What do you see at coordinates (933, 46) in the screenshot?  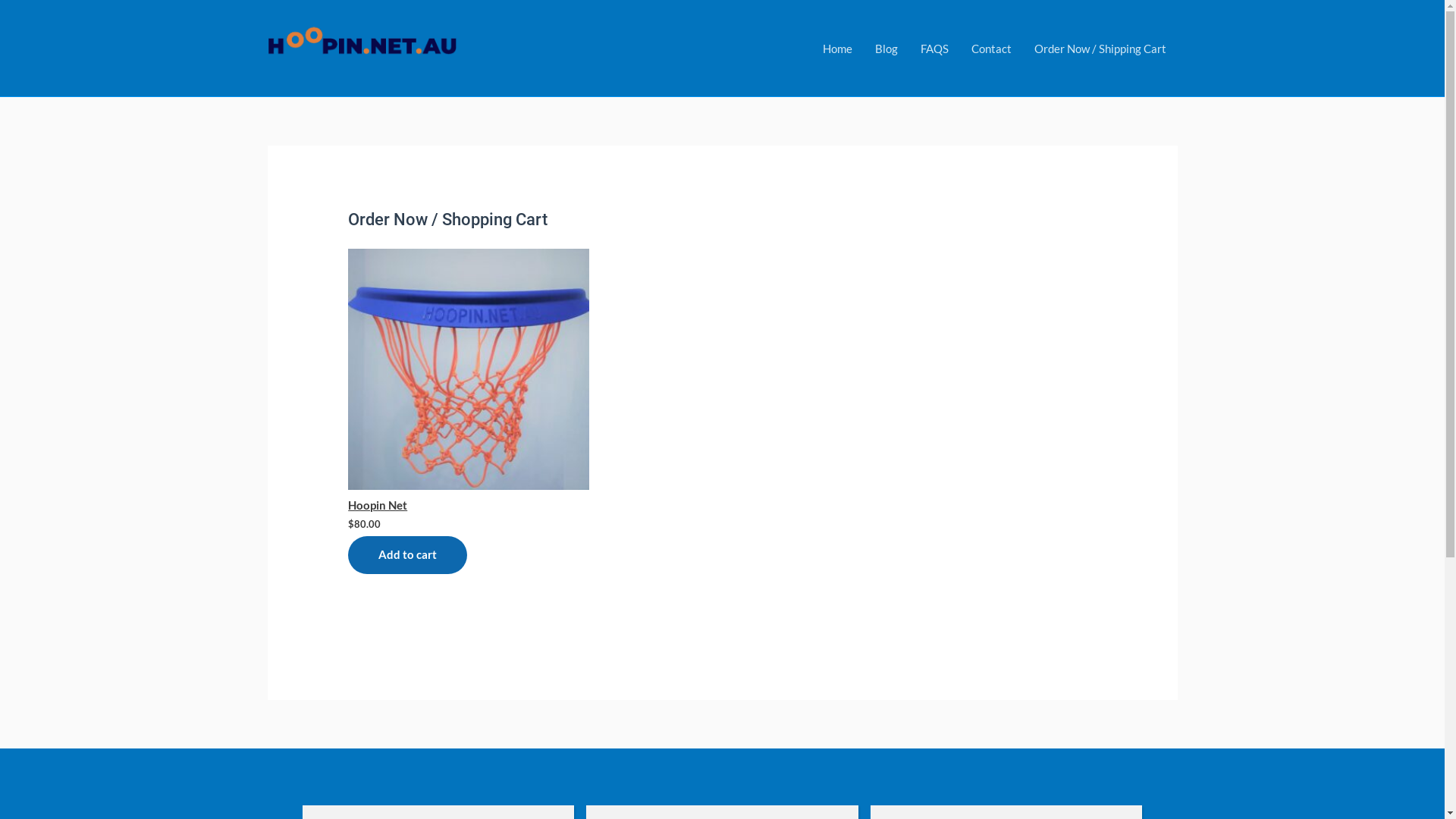 I see `'FAQS'` at bounding box center [933, 46].